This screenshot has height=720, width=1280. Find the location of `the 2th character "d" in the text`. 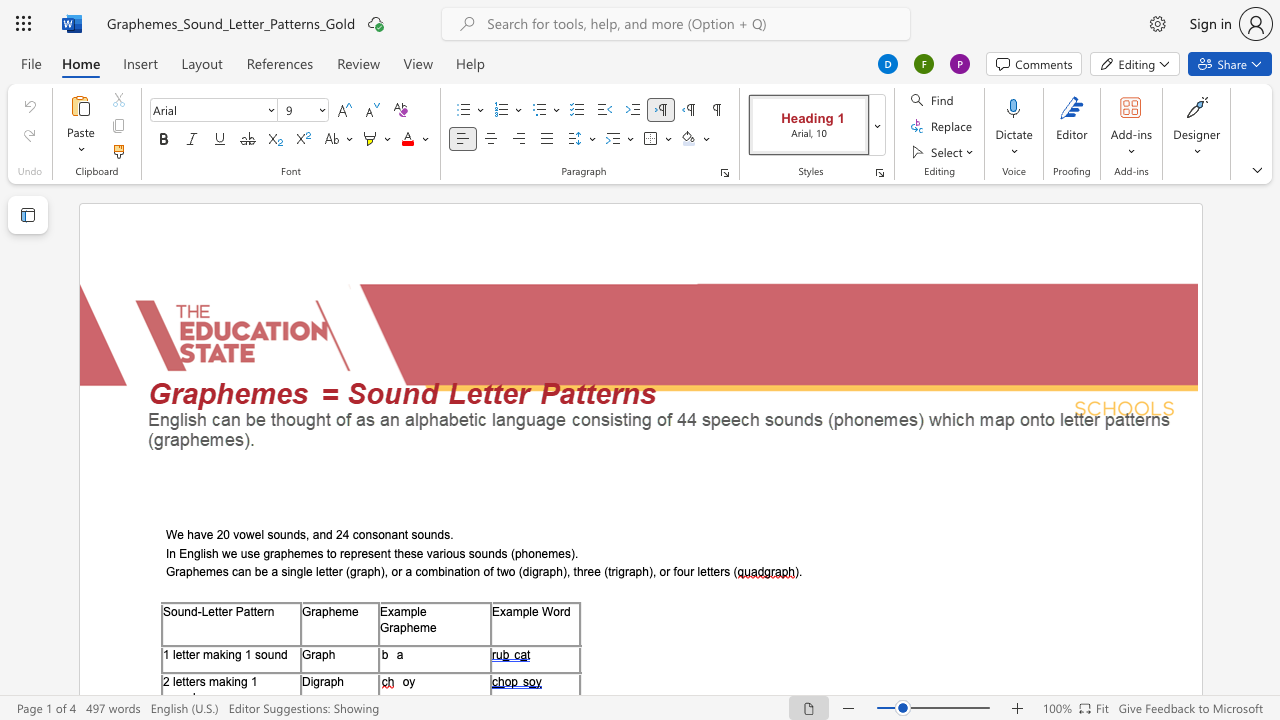

the 2th character "d" in the text is located at coordinates (329, 534).